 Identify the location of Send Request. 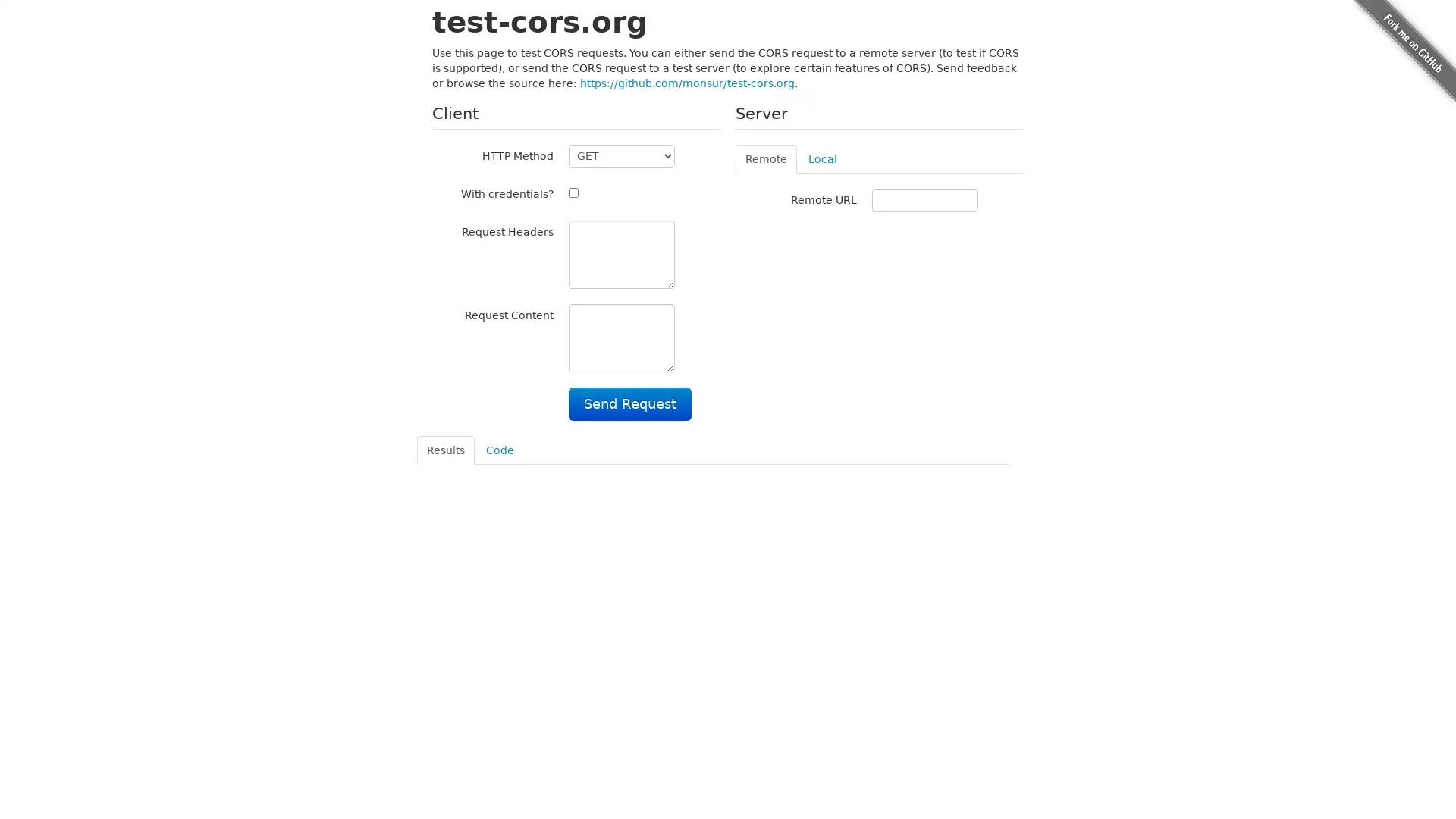
(629, 403).